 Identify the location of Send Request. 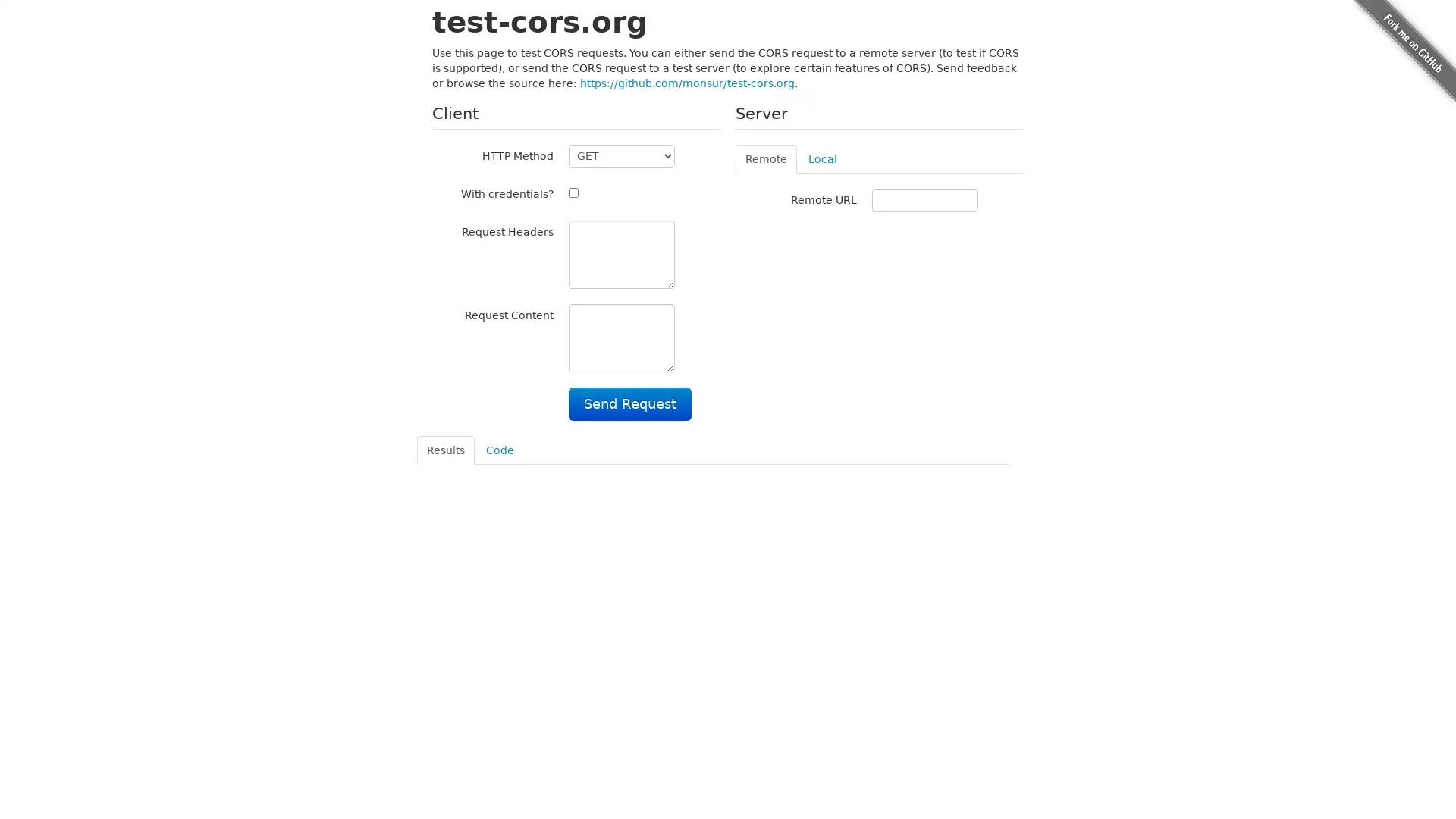
(629, 403).